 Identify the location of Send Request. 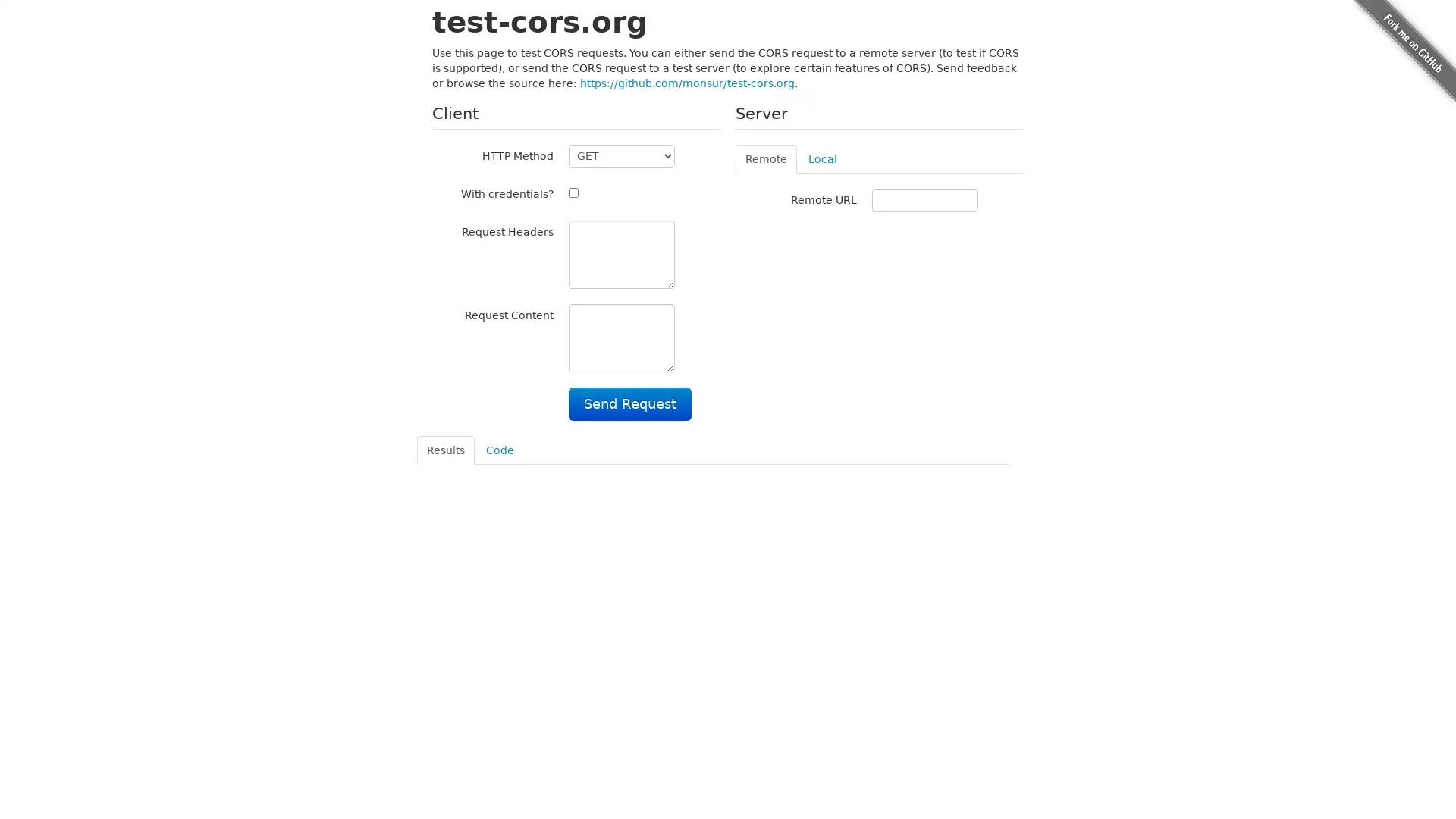
(629, 403).